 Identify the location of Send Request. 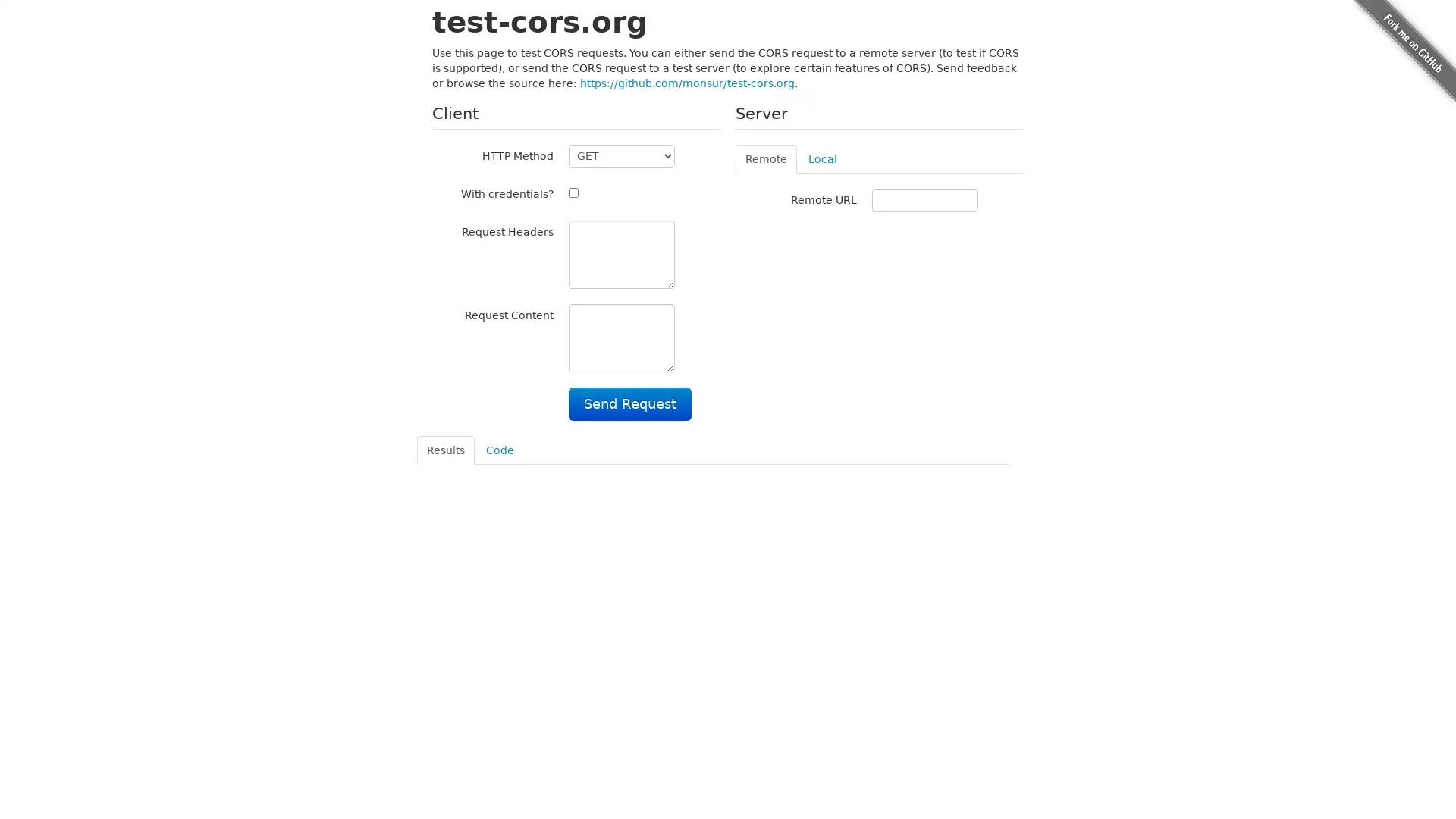
(629, 403).